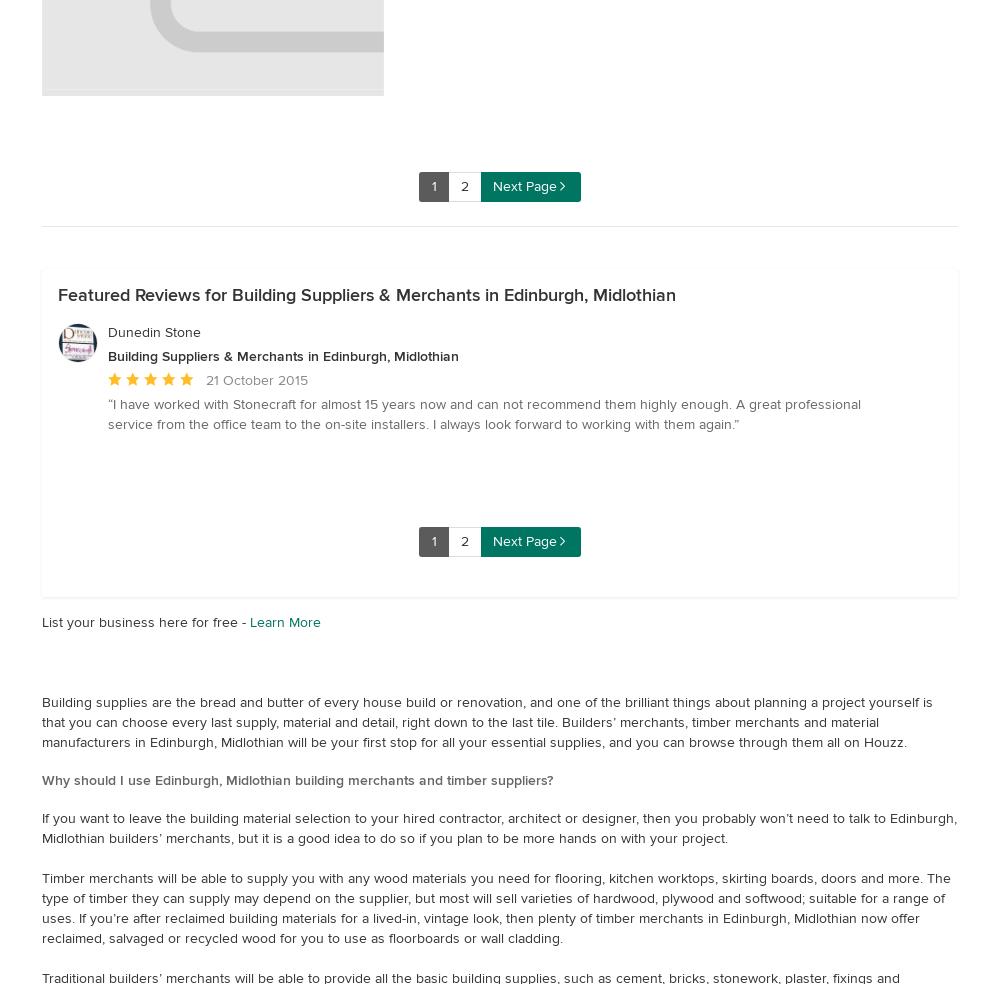 The width and height of the screenshot is (1000, 984). Describe the element at coordinates (498, 827) in the screenshot. I see `'If you want to leave the building material selection to your hired contractor, architect or designer, then you probably won’t need to talk to Edinburgh, Midlothian builders’ merchants, but it is a good idea to do so if you plan to be more hands on with your project.'` at that location.